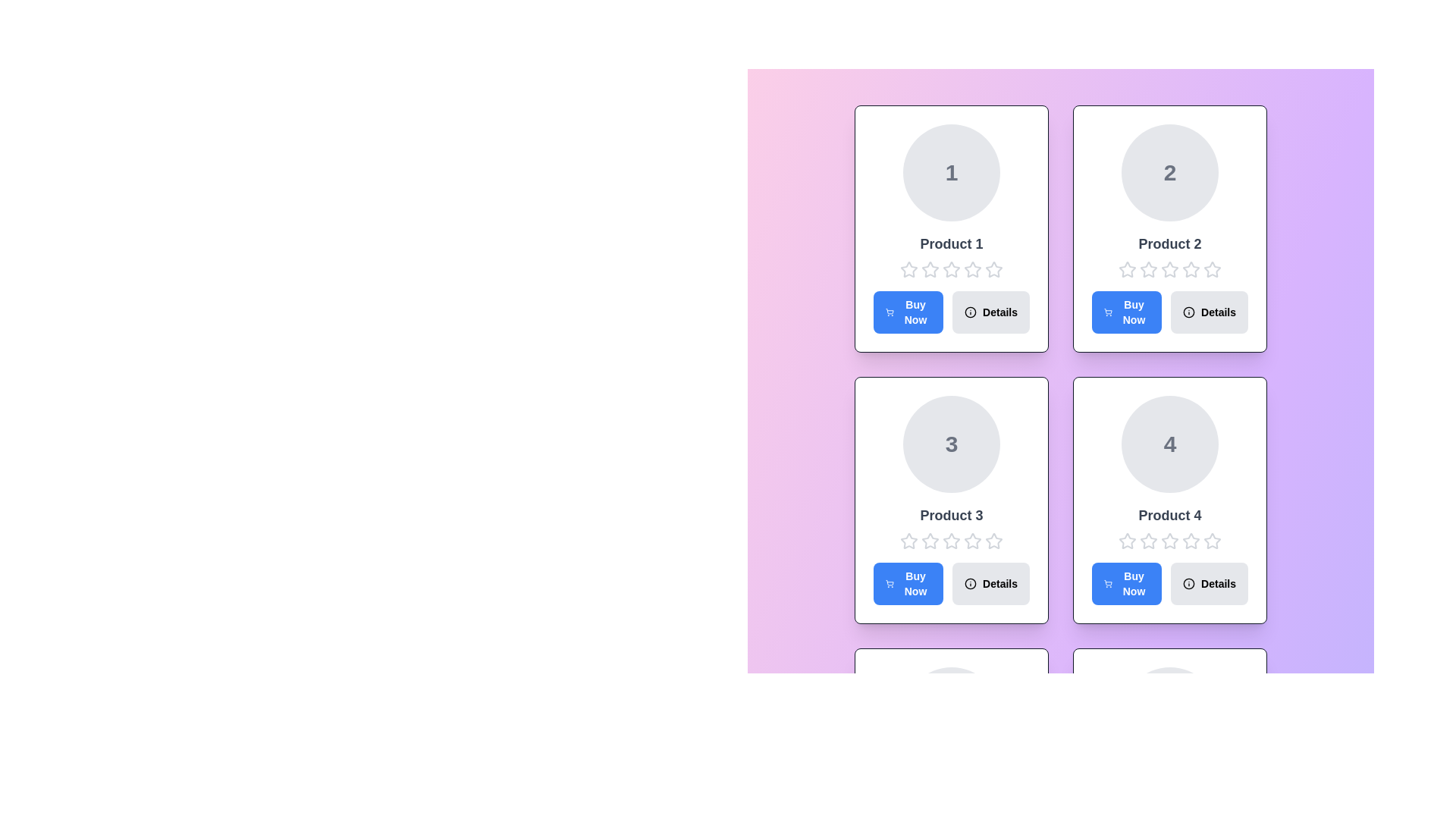 The height and width of the screenshot is (819, 1456). I want to click on the rating for a product to 2 stars, so click(930, 268).